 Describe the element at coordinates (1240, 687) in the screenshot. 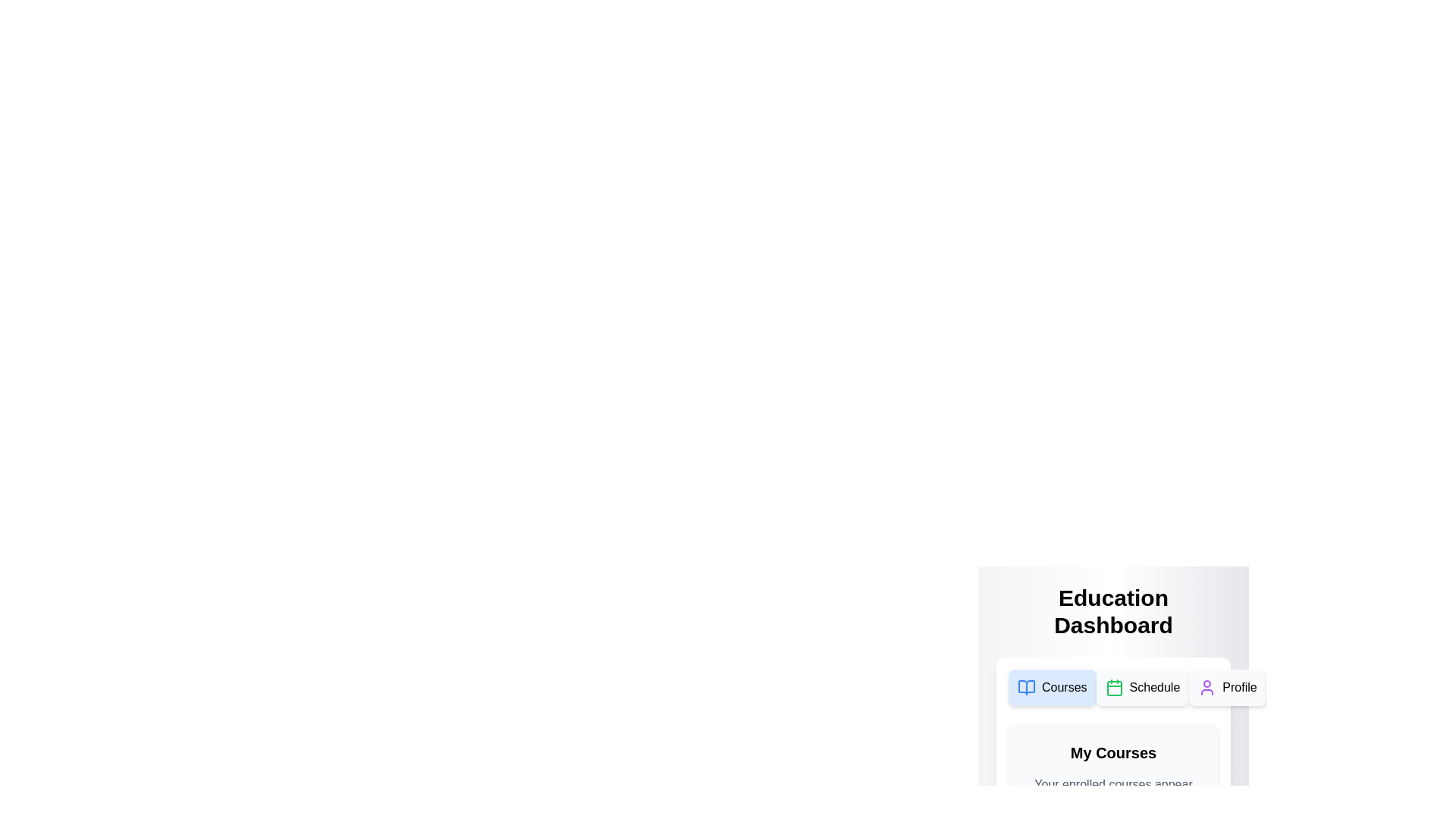

I see `text of the 'Profile' label, which is the fourth navigation option near the top right of the interface, closely aligned to a user icon` at that location.